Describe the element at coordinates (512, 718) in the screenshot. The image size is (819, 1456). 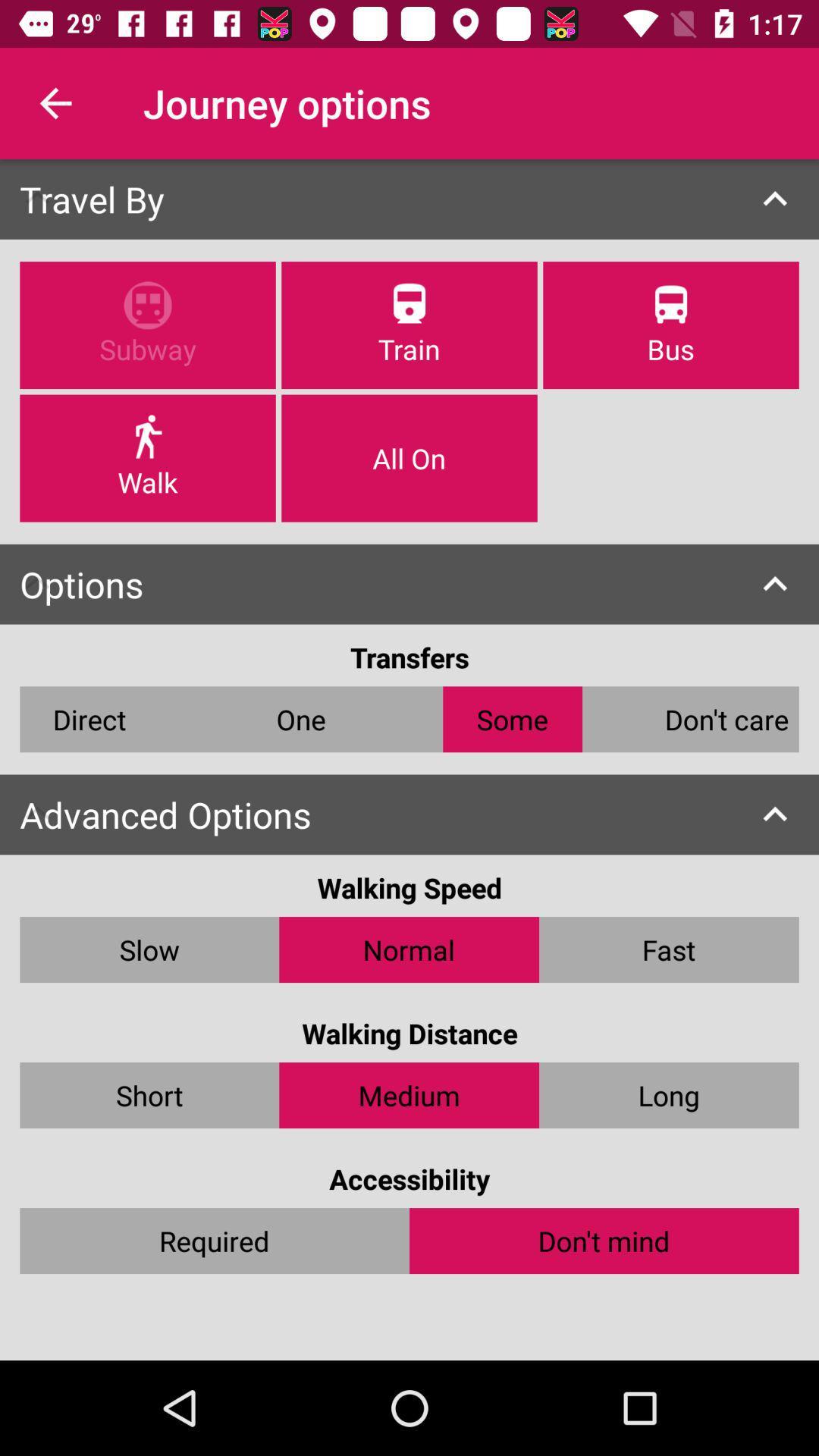
I see `icon below the transfers` at that location.